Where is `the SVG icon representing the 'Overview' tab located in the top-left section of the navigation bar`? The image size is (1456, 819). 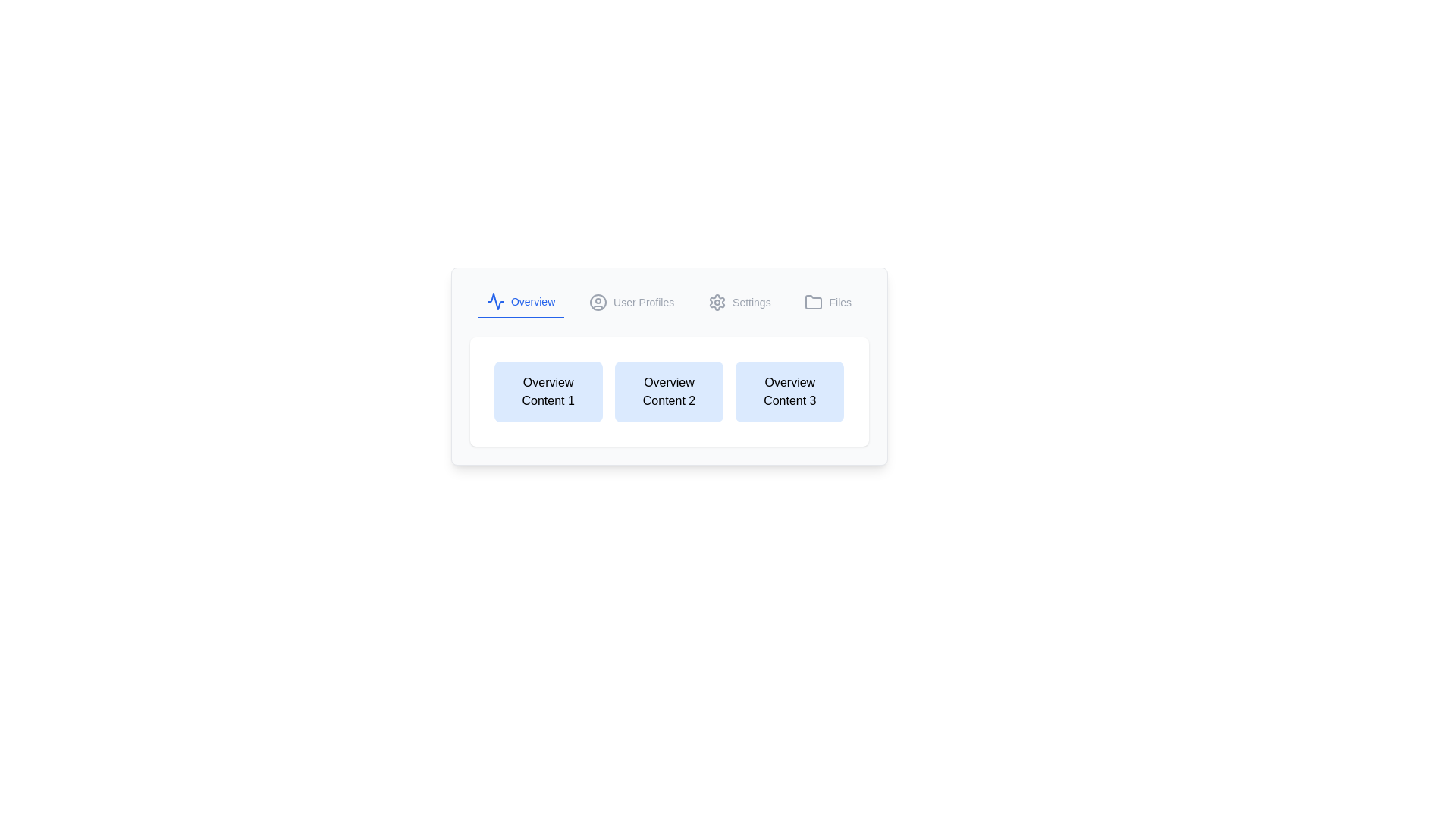
the SVG icon representing the 'Overview' tab located in the top-left section of the navigation bar is located at coordinates (495, 301).